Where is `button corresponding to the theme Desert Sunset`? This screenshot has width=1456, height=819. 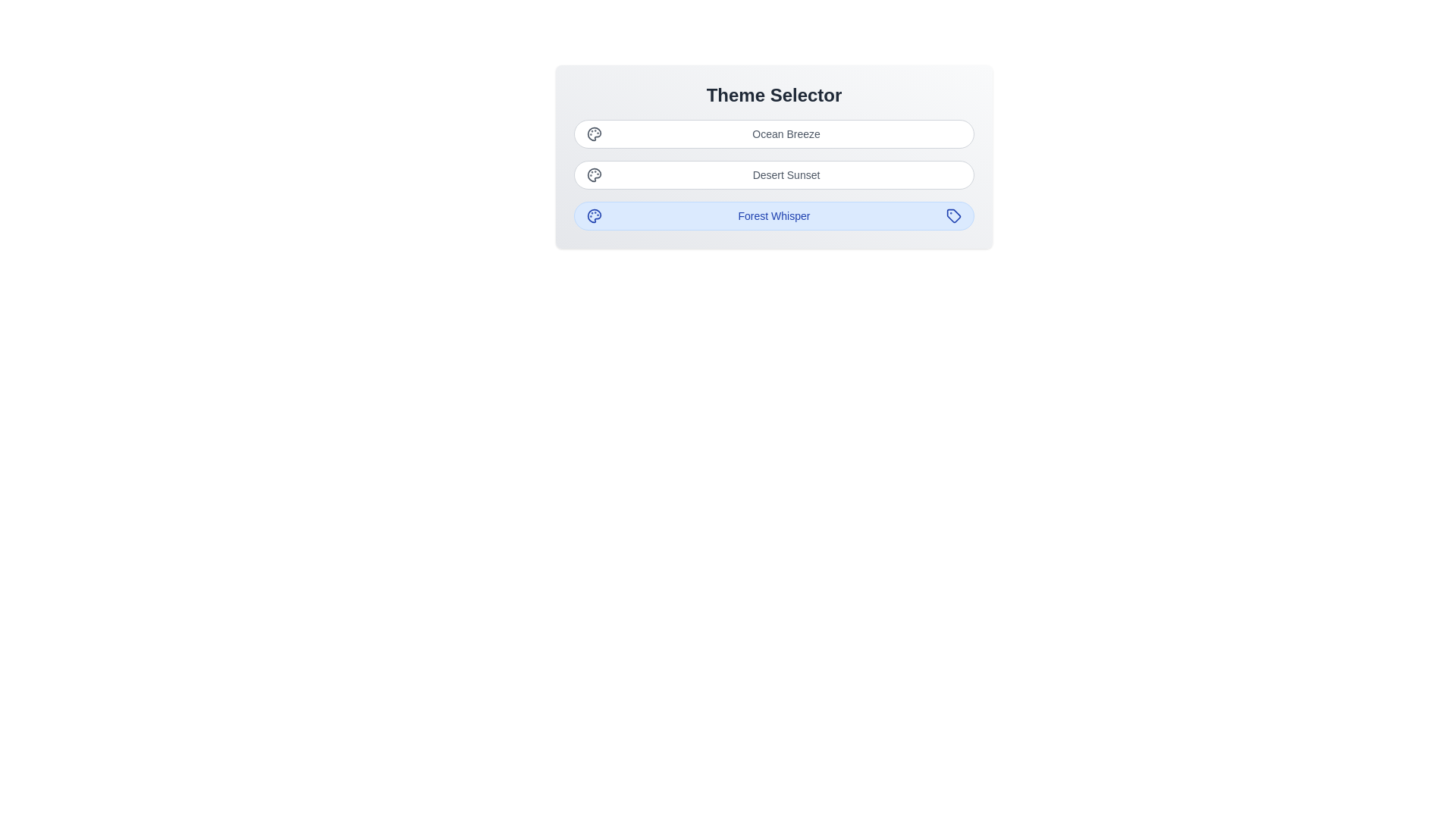
button corresponding to the theme Desert Sunset is located at coordinates (774, 174).